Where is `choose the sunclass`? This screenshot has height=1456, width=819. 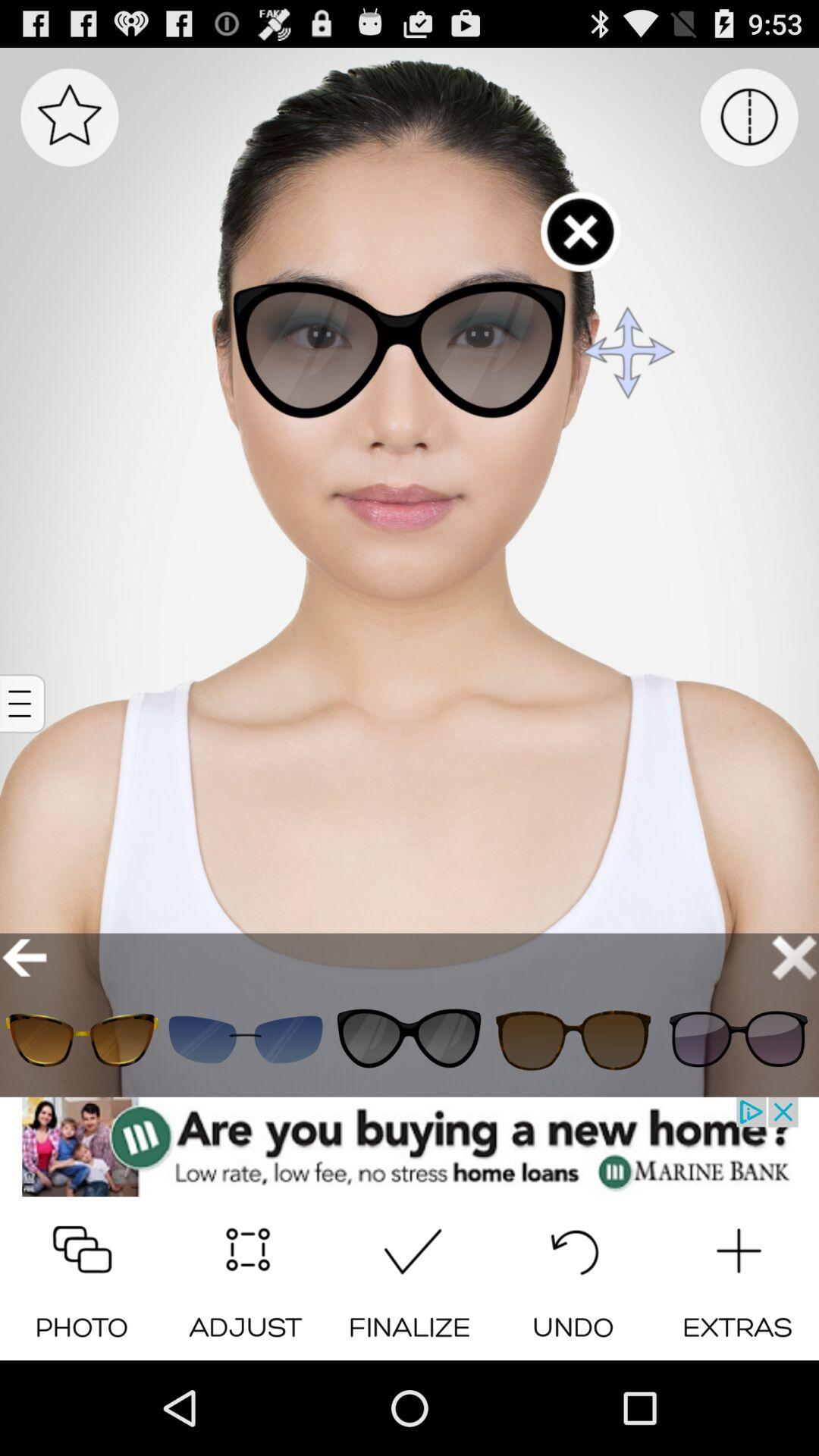
choose the sunclass is located at coordinates (736, 1039).